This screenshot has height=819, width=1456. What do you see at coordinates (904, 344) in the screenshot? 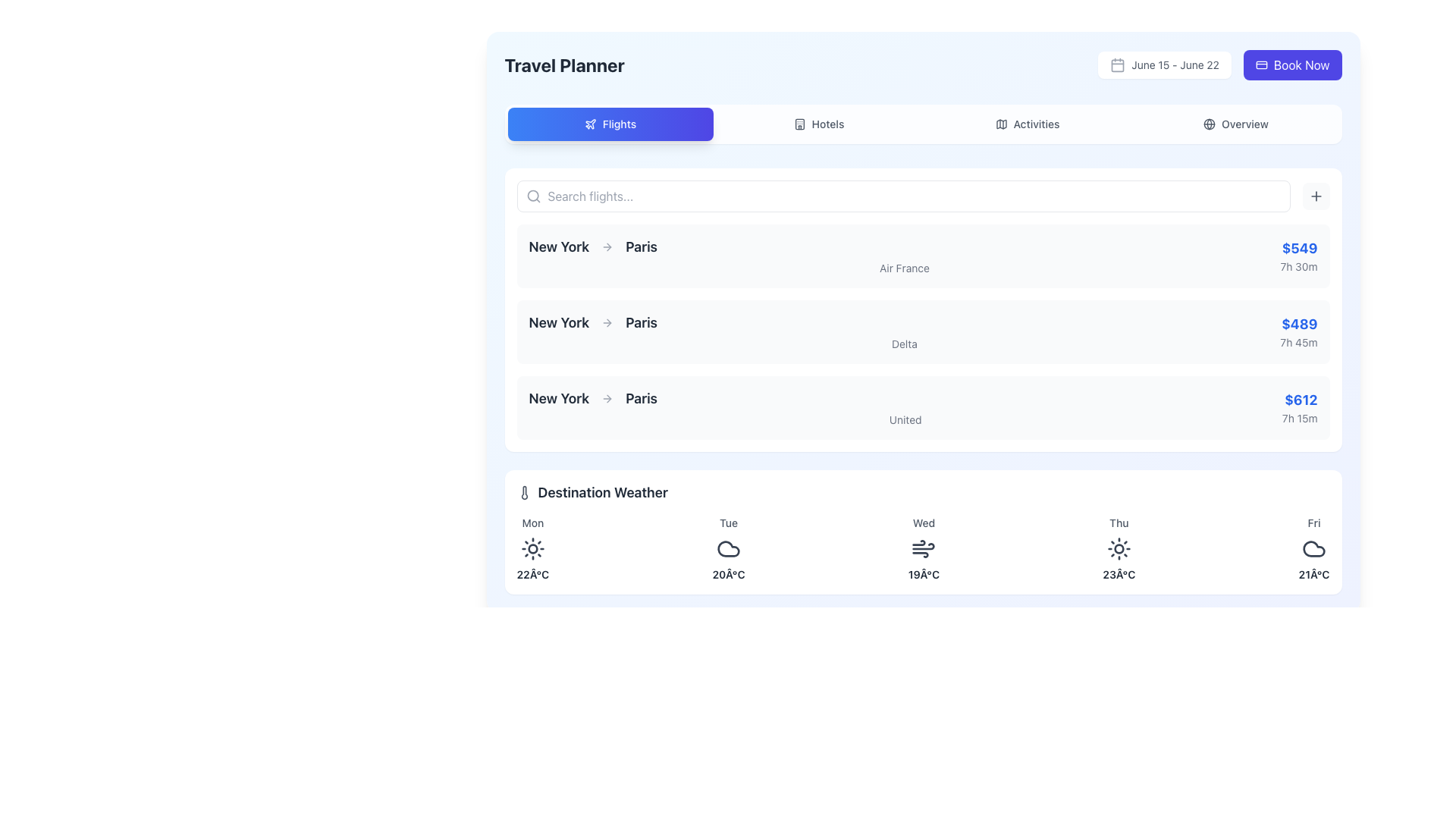
I see `the airline carrier label located under the second 'New York to Paris' flight option` at bounding box center [904, 344].